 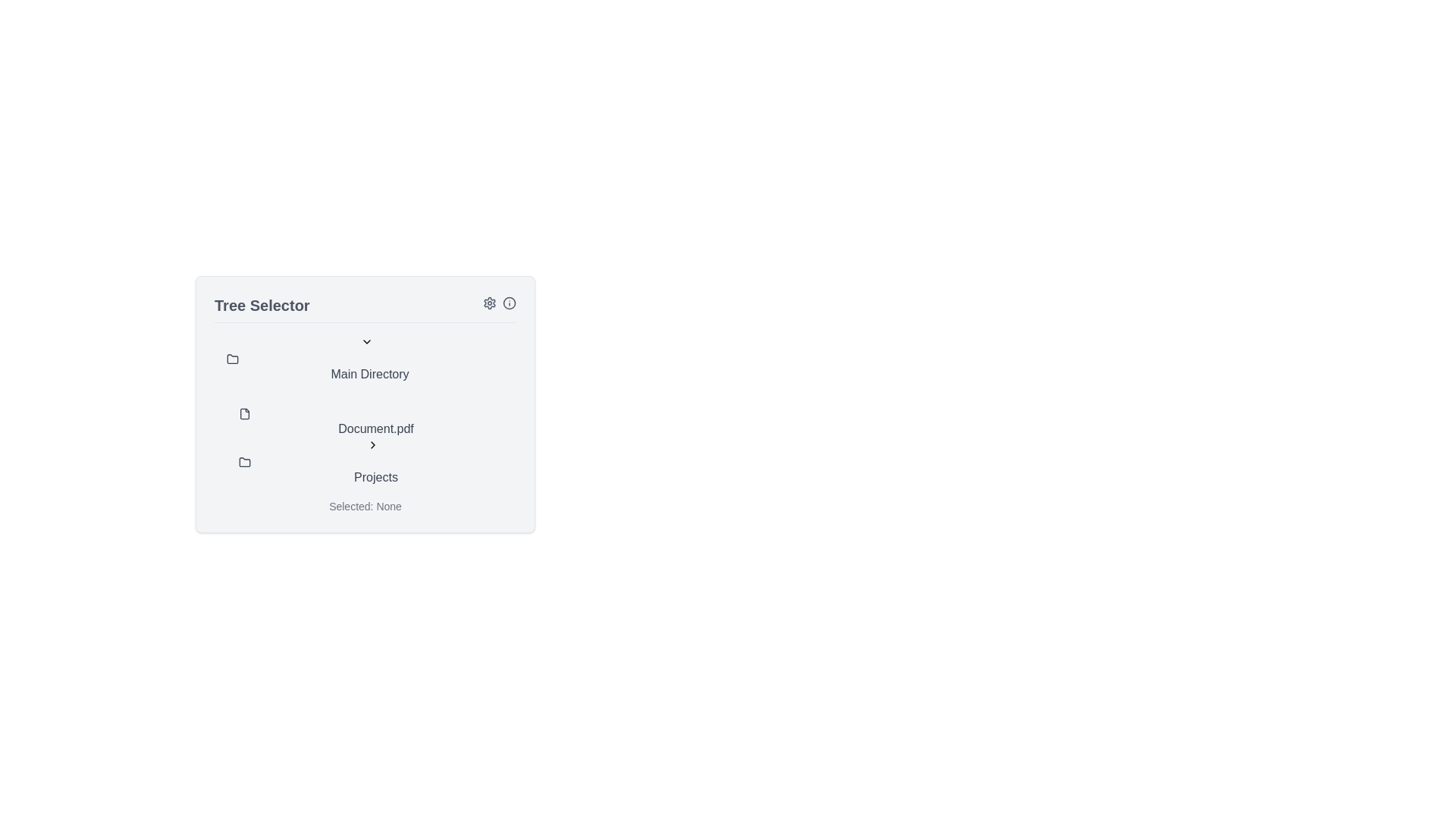 What do you see at coordinates (378, 461) in the screenshot?
I see `the 'Projects' folder item` at bounding box center [378, 461].